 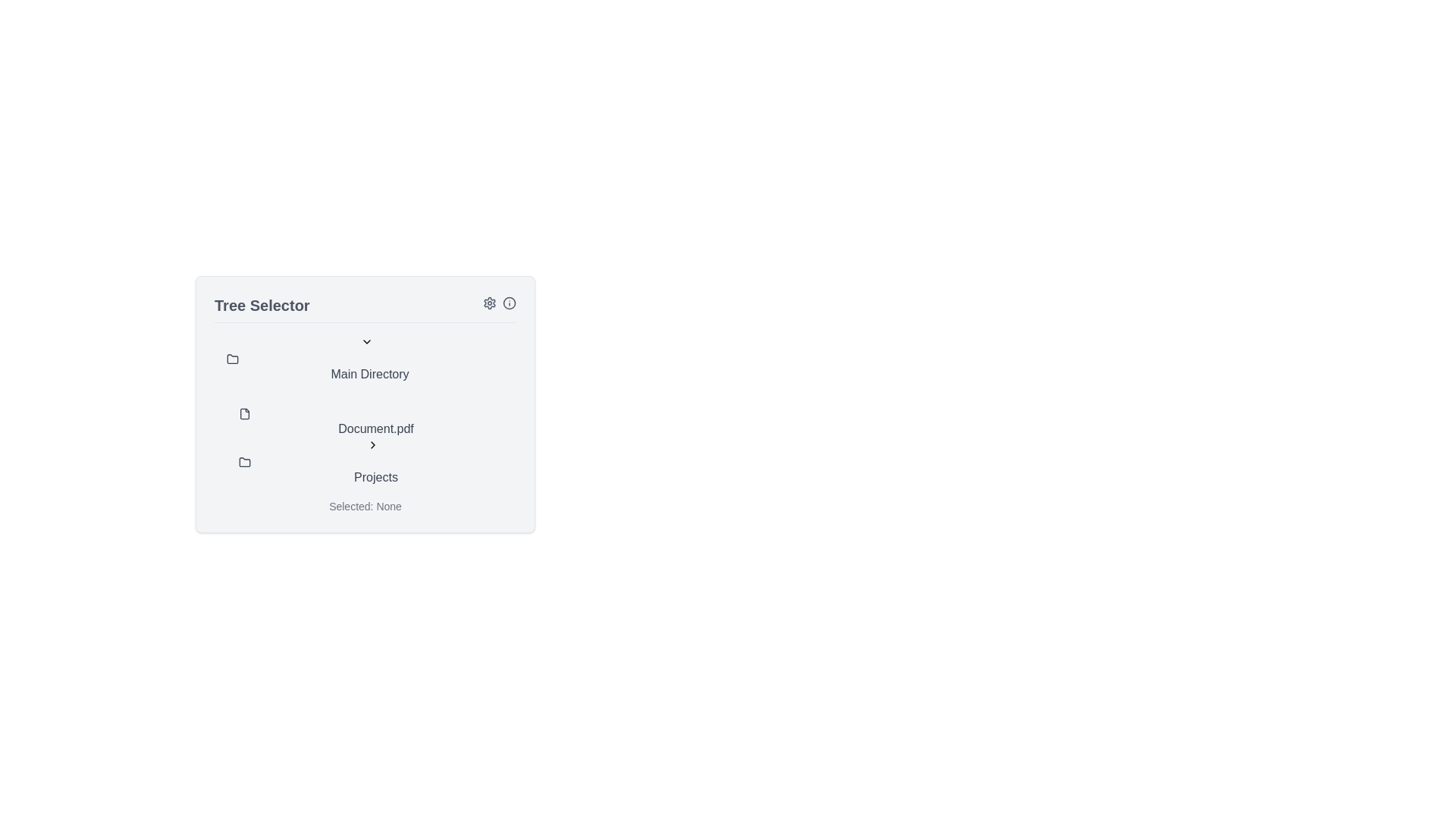 What do you see at coordinates (378, 461) in the screenshot?
I see `the 'Projects' folder item` at bounding box center [378, 461].